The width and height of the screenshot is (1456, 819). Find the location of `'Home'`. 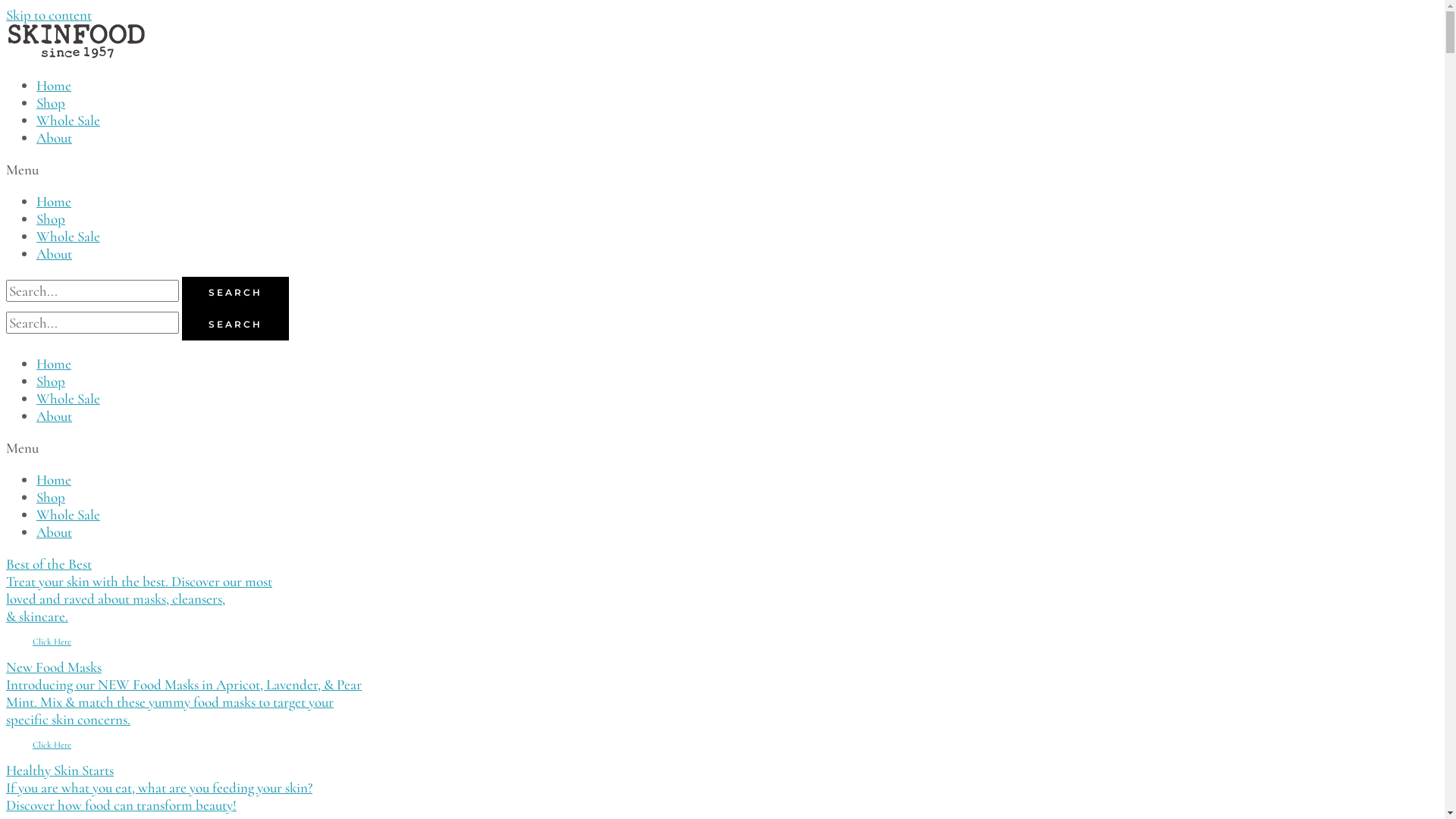

'Home' is located at coordinates (54, 85).